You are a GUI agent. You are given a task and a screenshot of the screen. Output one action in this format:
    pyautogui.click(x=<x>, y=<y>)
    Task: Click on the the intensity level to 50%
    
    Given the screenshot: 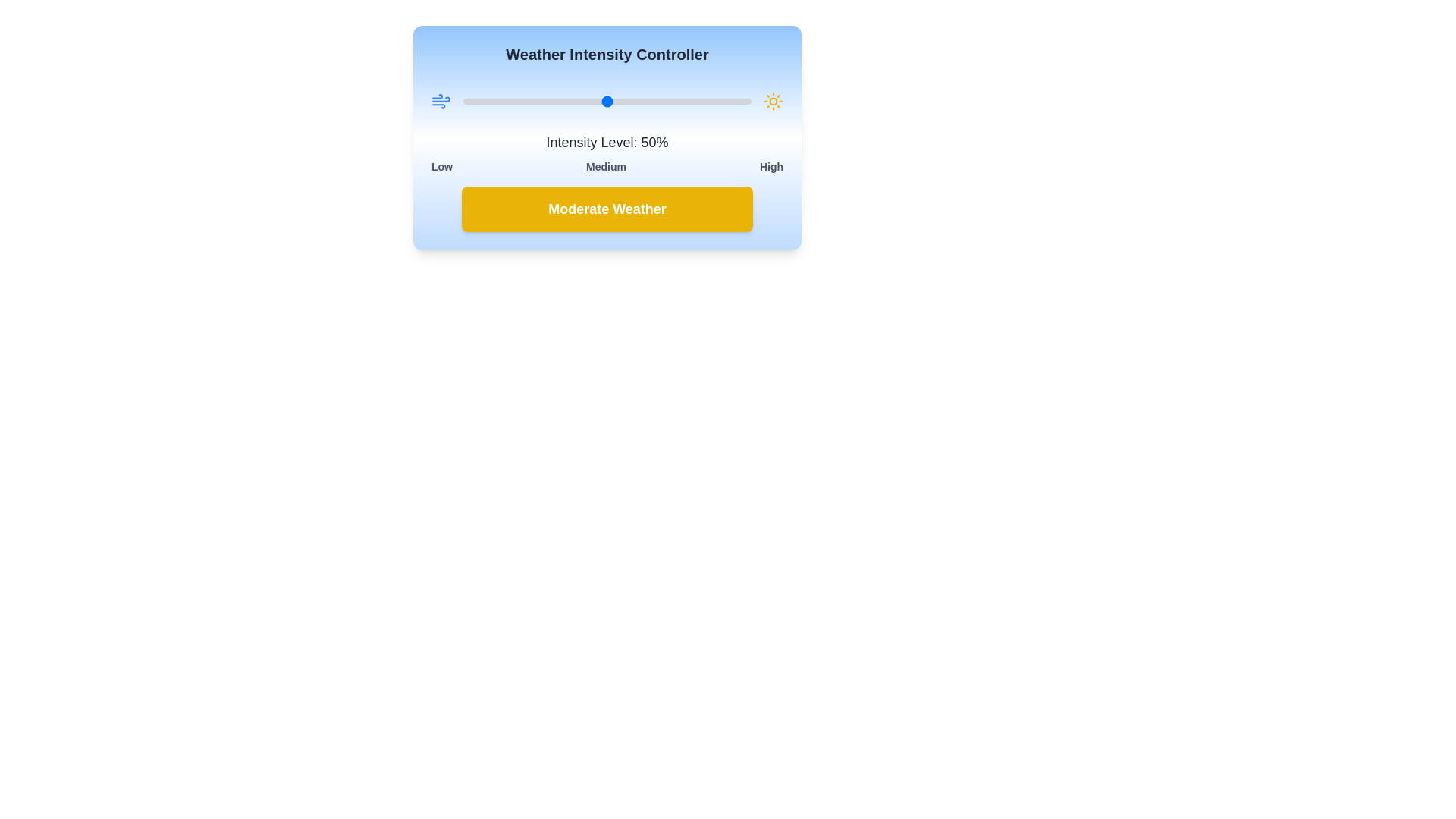 What is the action you would take?
    pyautogui.click(x=607, y=102)
    